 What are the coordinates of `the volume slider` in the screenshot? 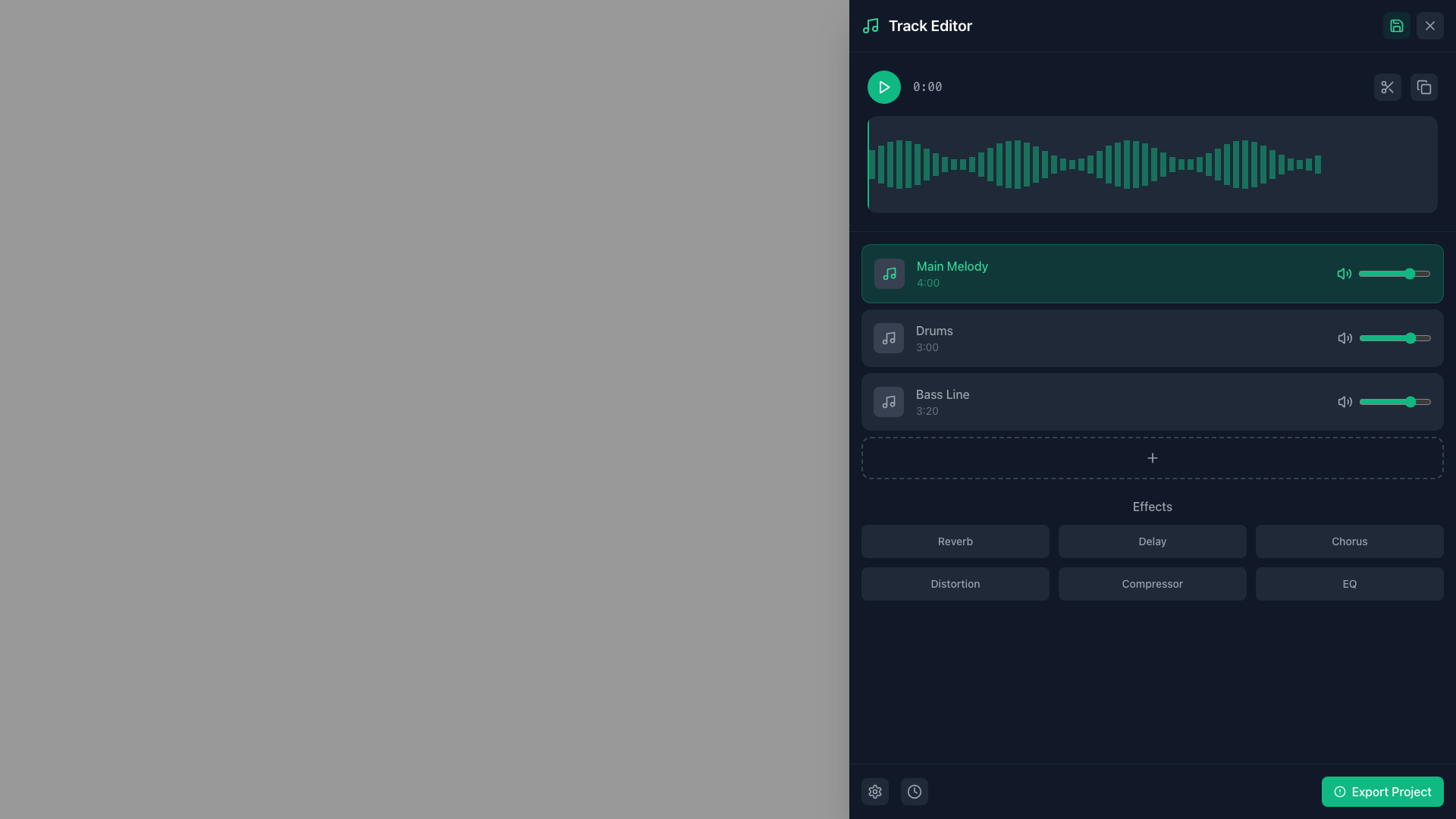 It's located at (1400, 400).